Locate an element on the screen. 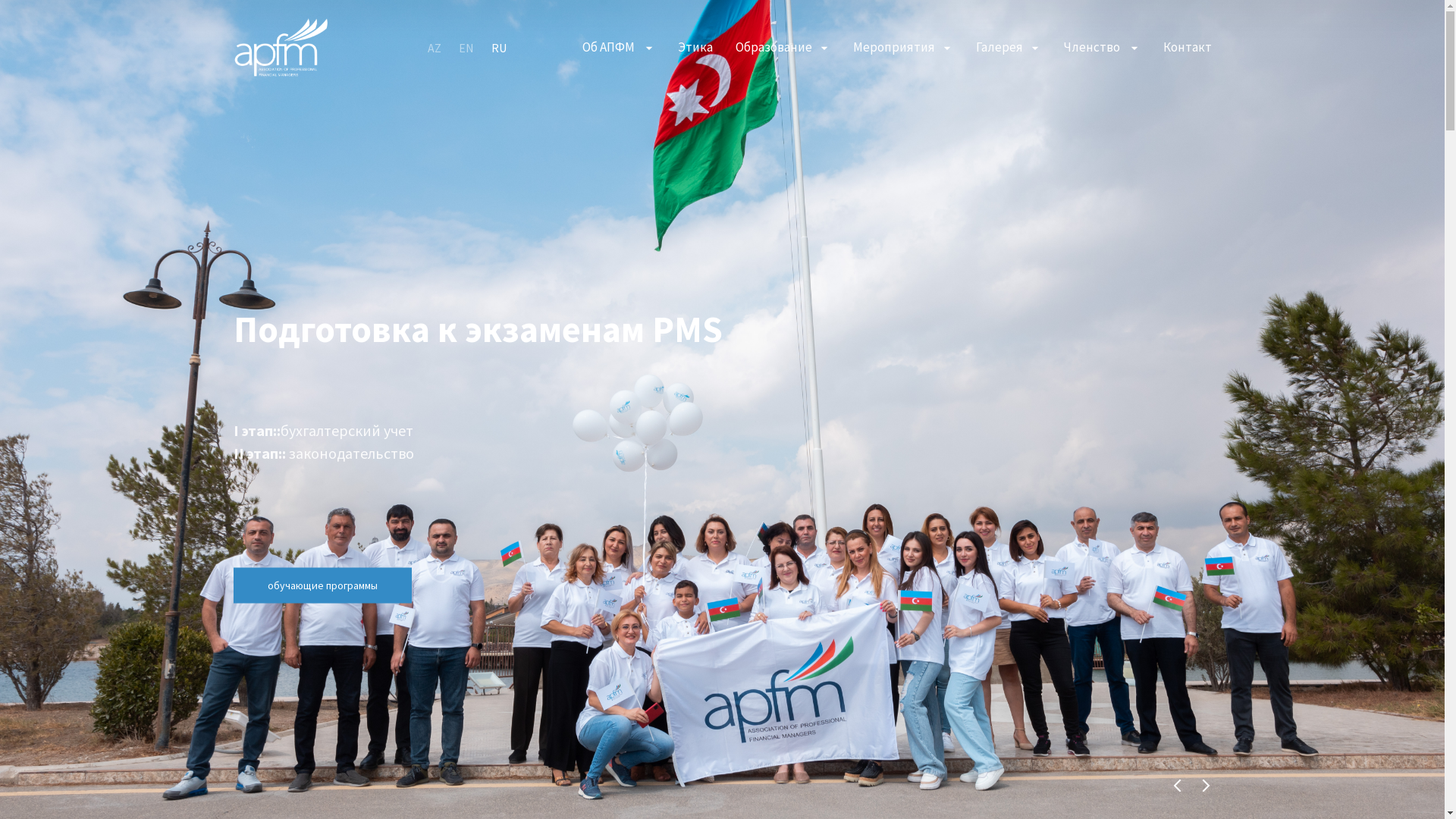 The width and height of the screenshot is (1456, 819). 'RU' is located at coordinates (498, 46).